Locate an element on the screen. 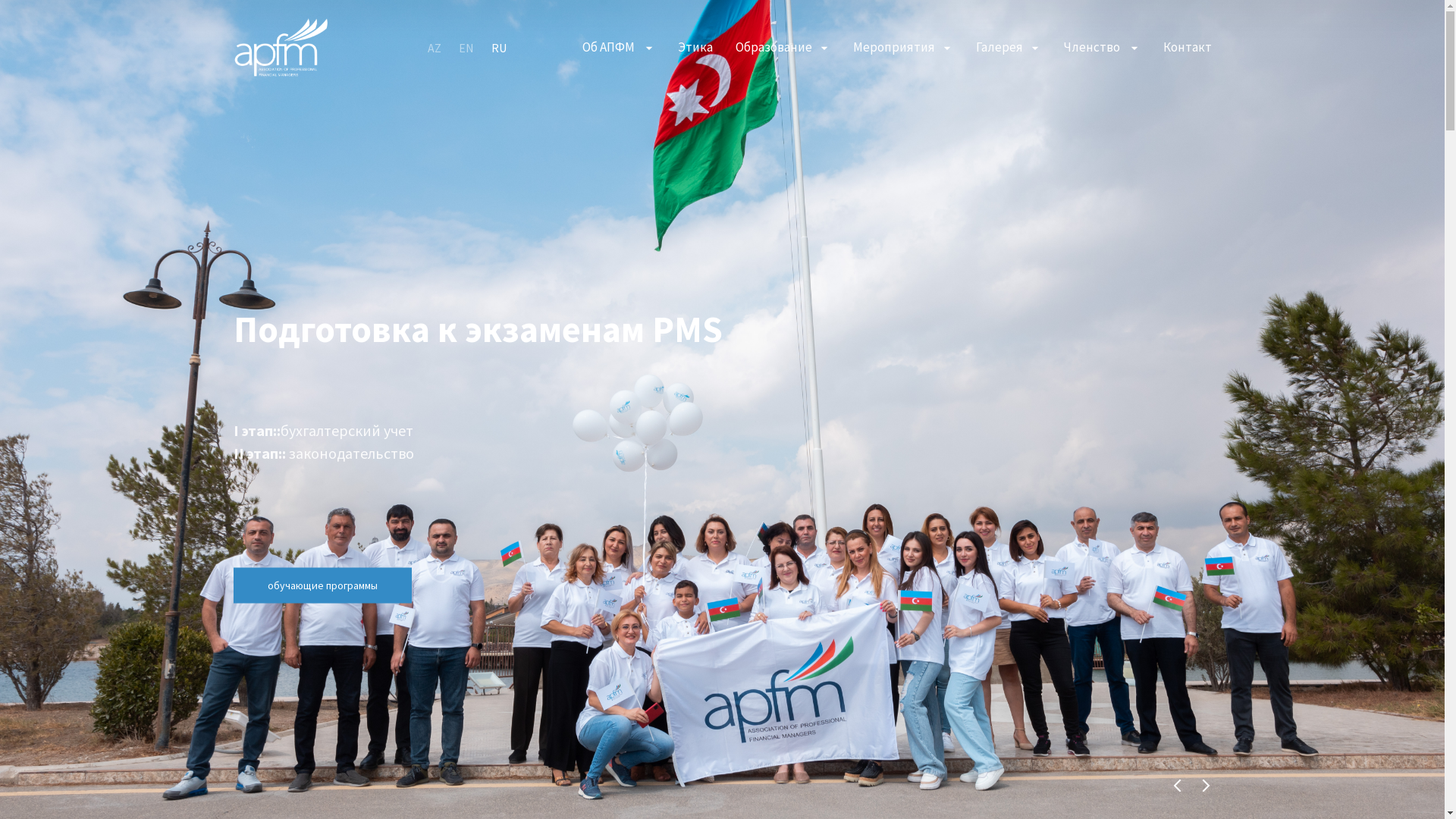 The width and height of the screenshot is (1456, 819). 'RU' is located at coordinates (498, 46).